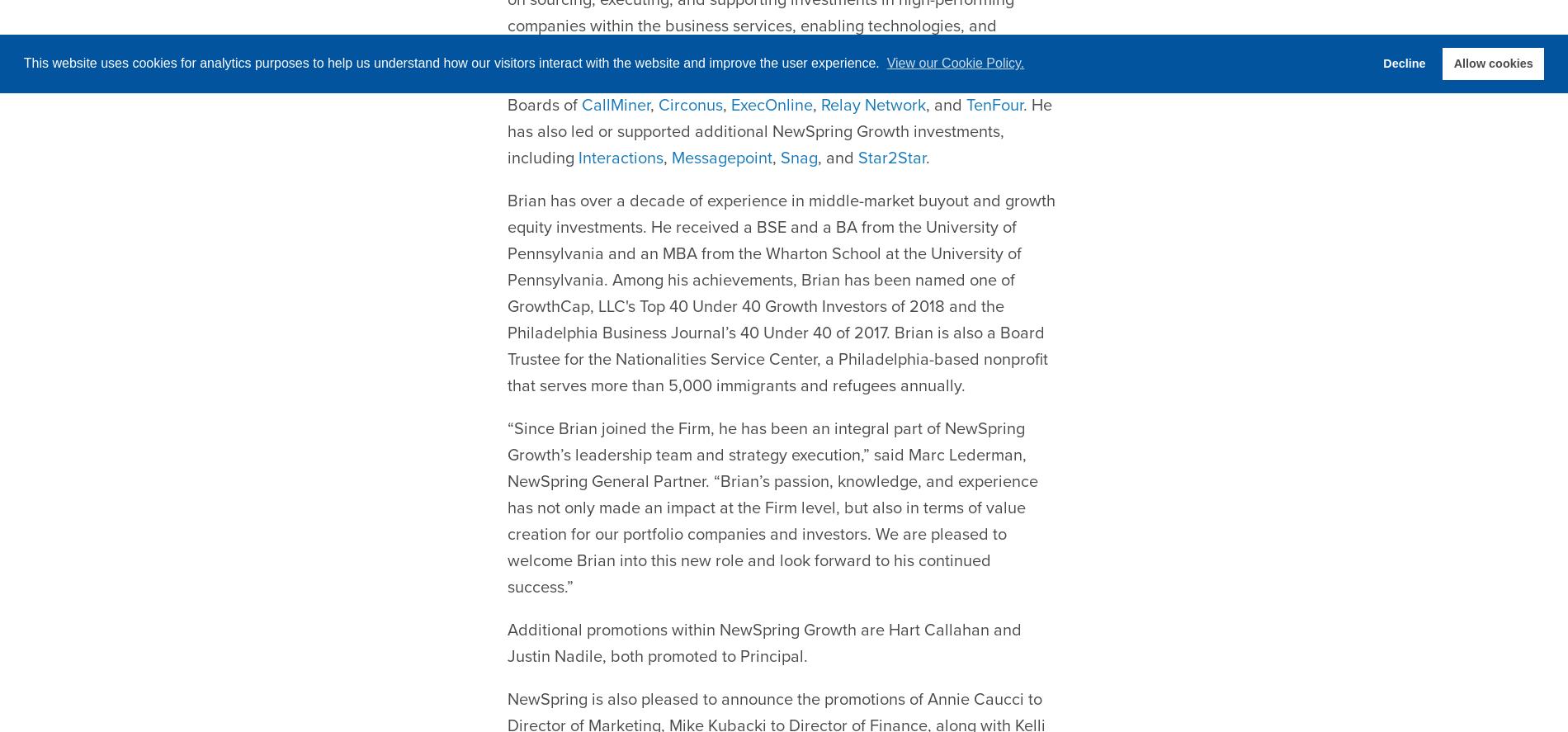 The height and width of the screenshot is (732, 1568). What do you see at coordinates (1491, 62) in the screenshot?
I see `'Allow cookies'` at bounding box center [1491, 62].